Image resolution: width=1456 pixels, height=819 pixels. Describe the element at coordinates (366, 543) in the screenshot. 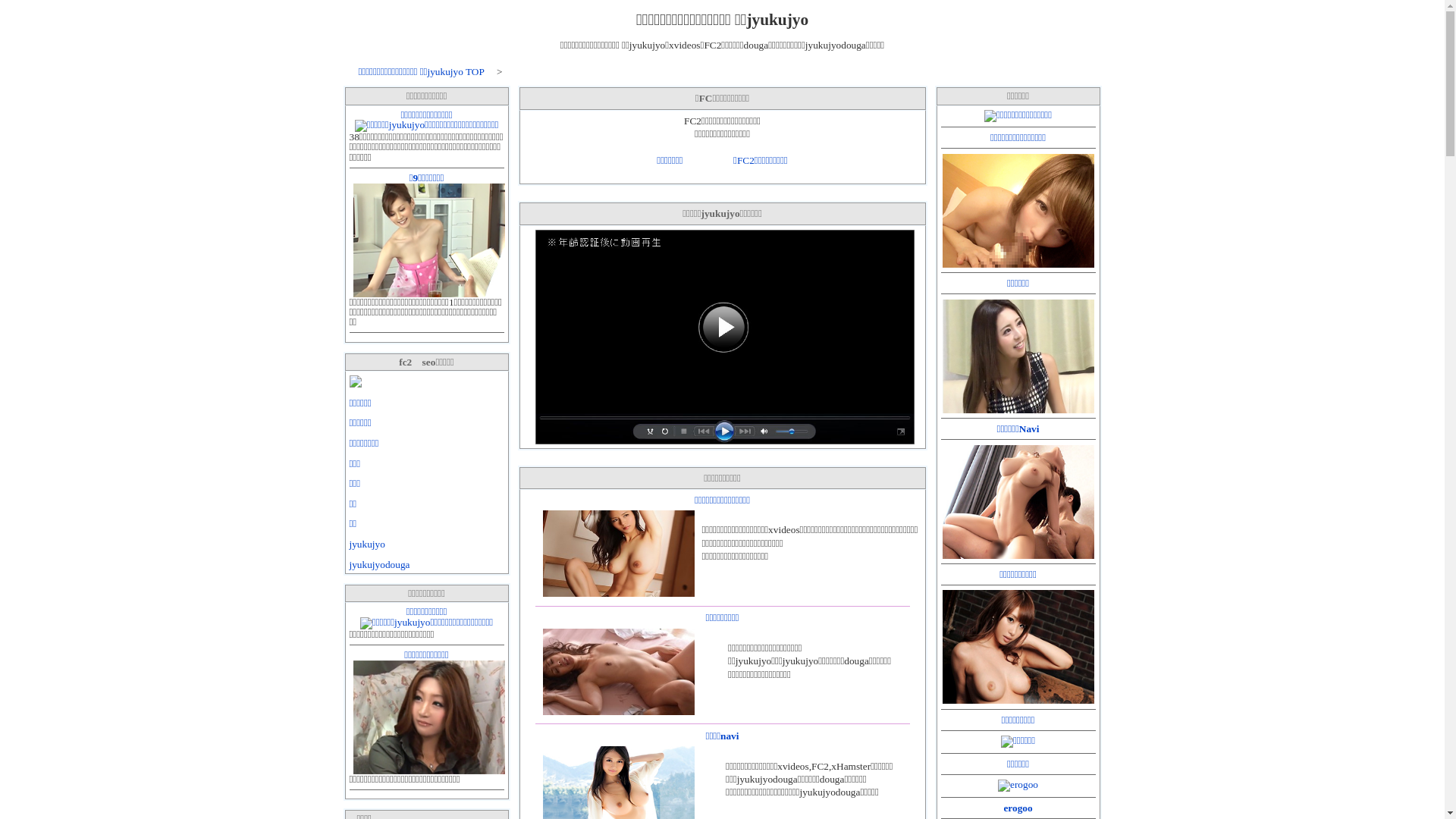

I see `'jyukujyo'` at that location.